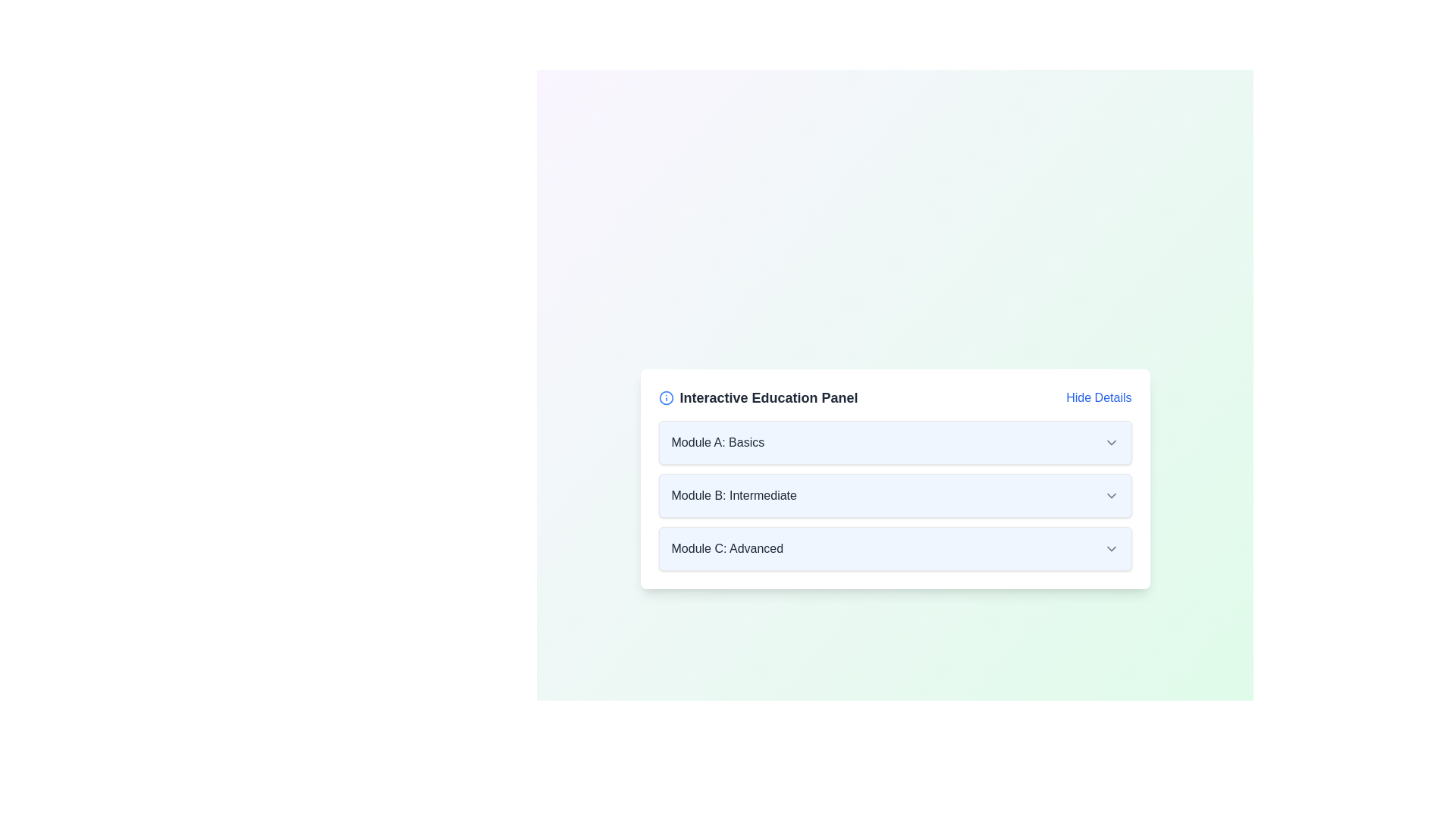  Describe the element at coordinates (1099, 397) in the screenshot. I see `the toggle link in the top-right corner of the 'Interactive Education Panel'` at that location.